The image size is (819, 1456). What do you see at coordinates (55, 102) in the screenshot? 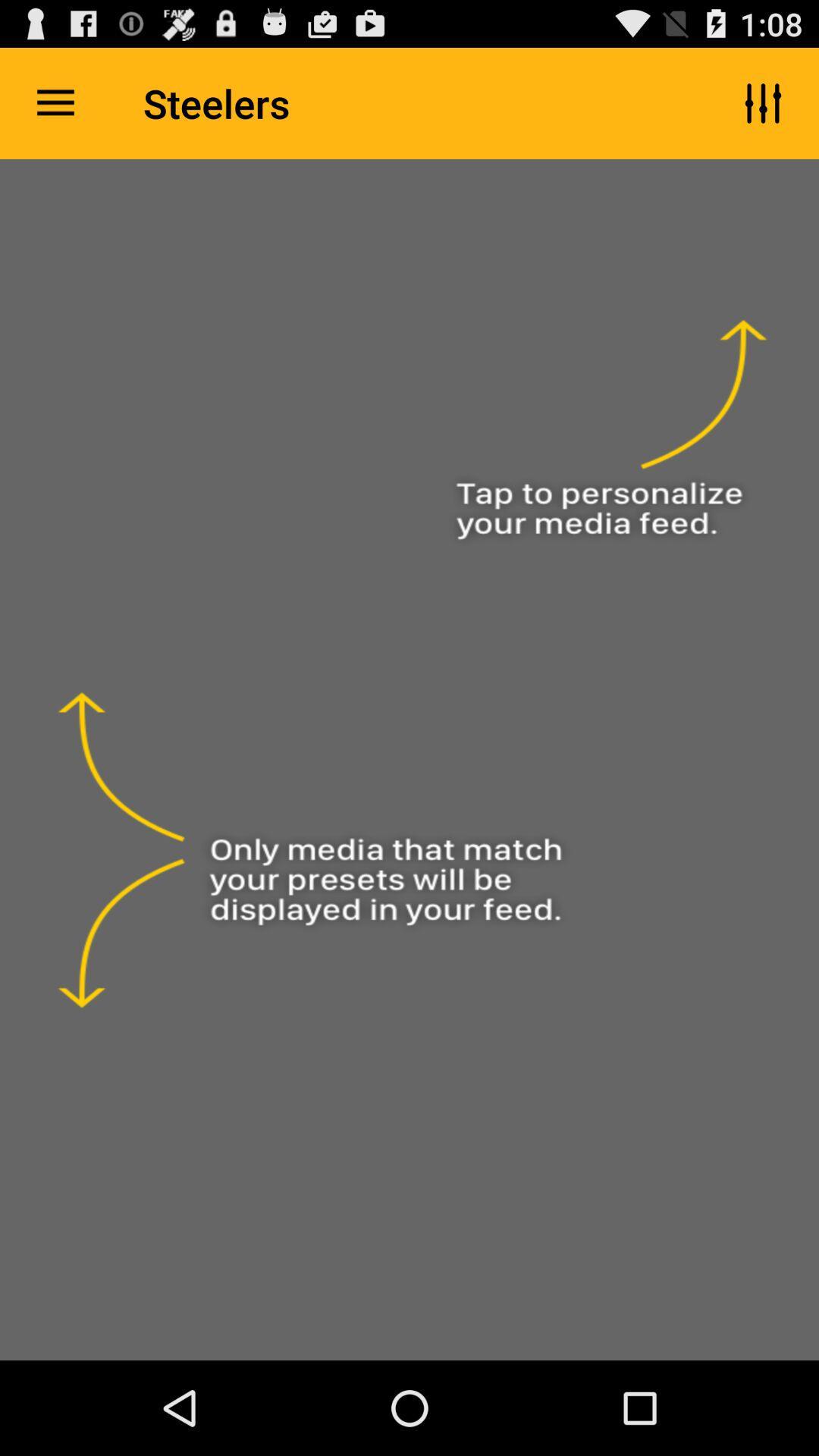
I see `icon to the left of steelers` at bounding box center [55, 102].